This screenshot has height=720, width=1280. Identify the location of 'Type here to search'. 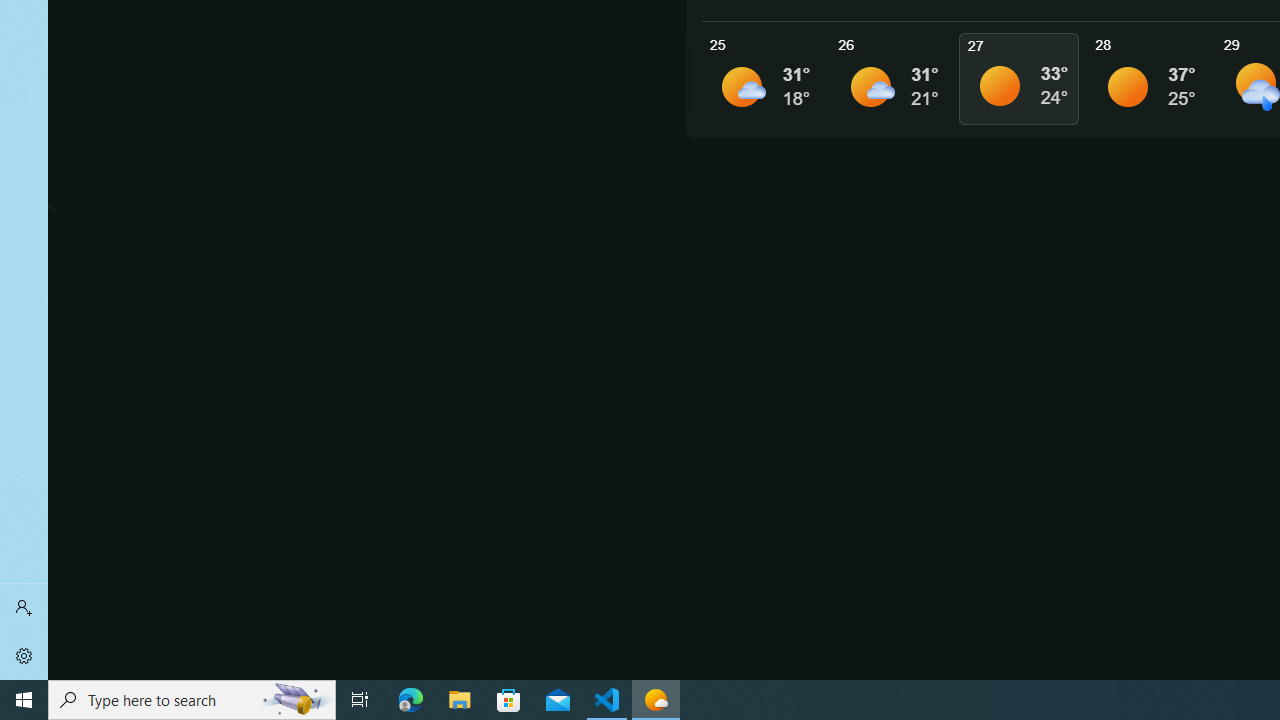
(192, 698).